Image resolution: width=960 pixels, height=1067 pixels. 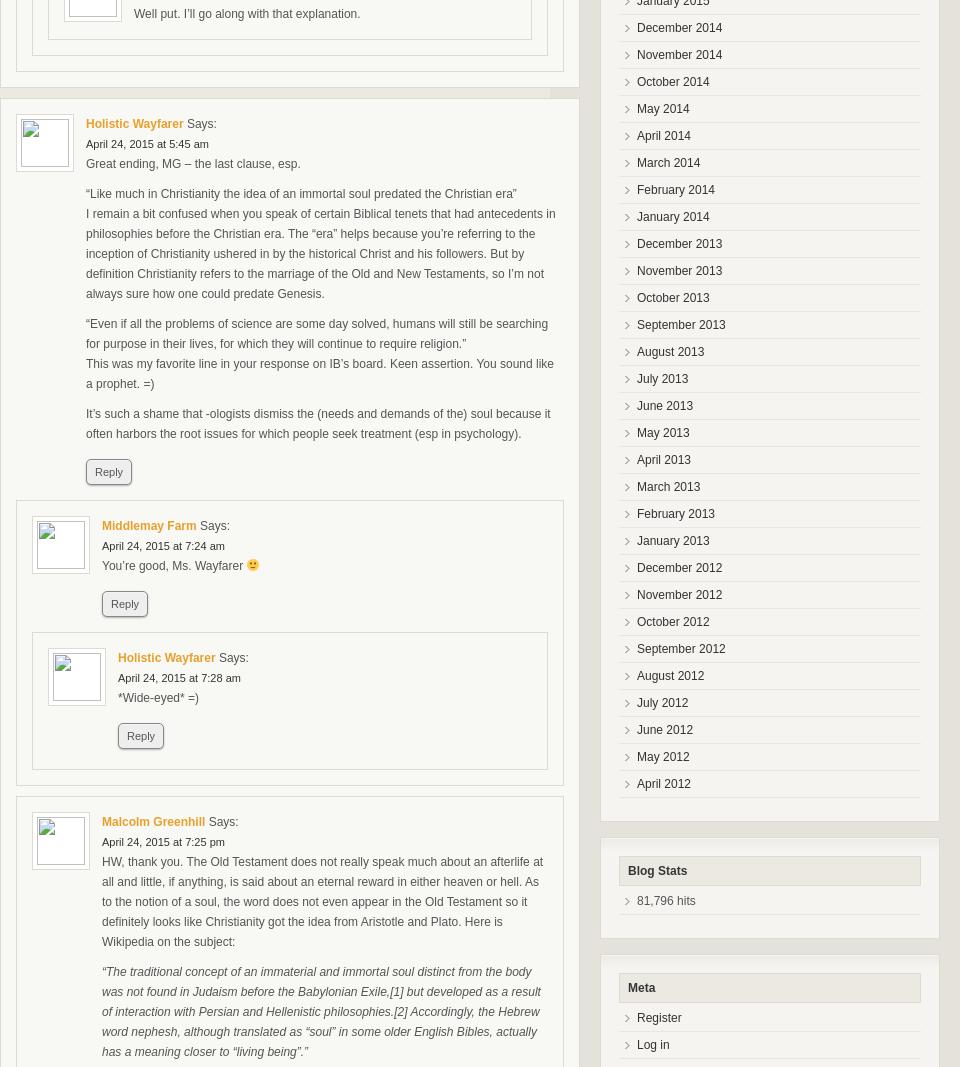 What do you see at coordinates (676, 512) in the screenshot?
I see `'February 2013'` at bounding box center [676, 512].